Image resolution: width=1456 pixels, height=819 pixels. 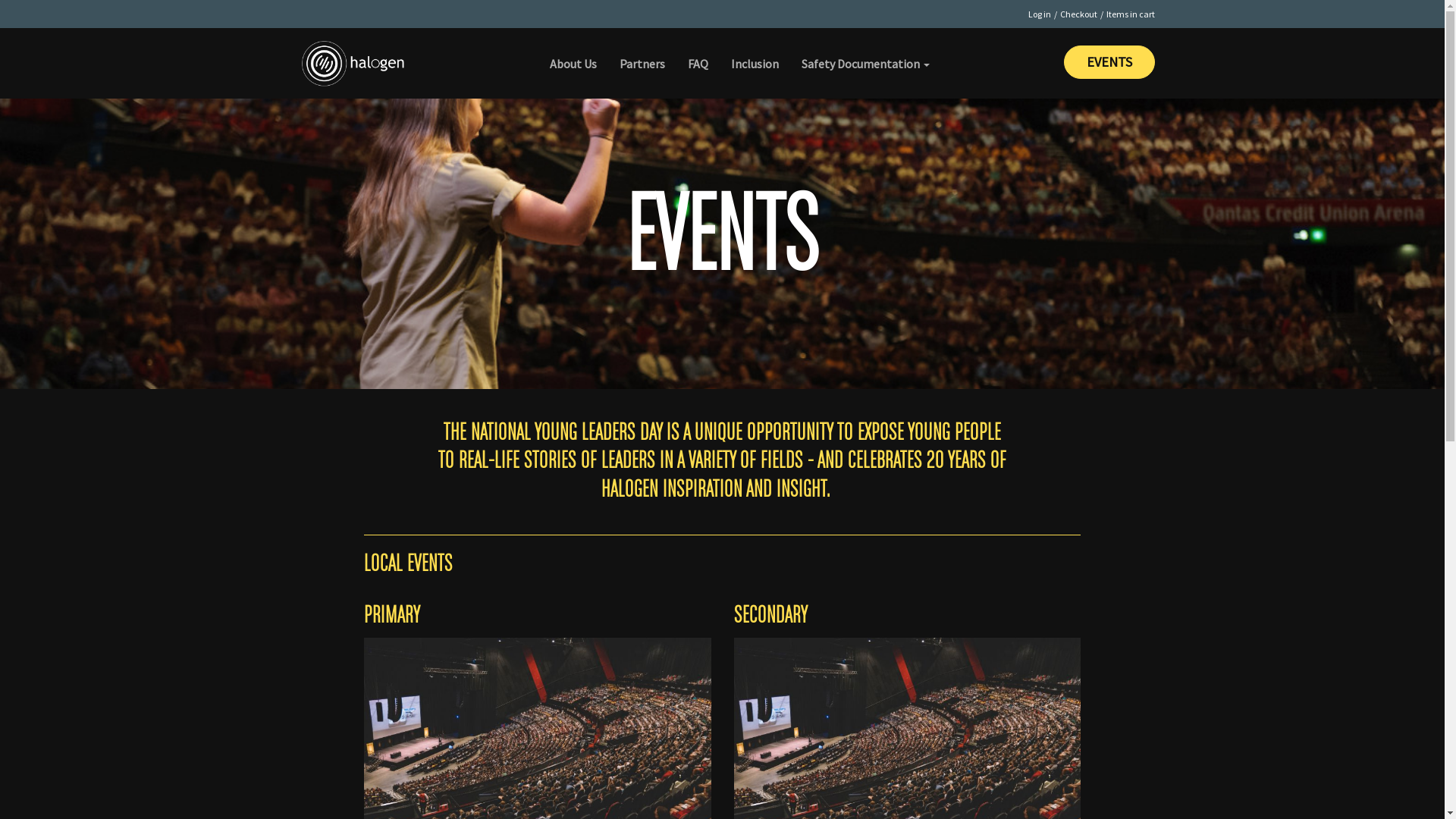 What do you see at coordinates (573, 52) in the screenshot?
I see `'About Us'` at bounding box center [573, 52].